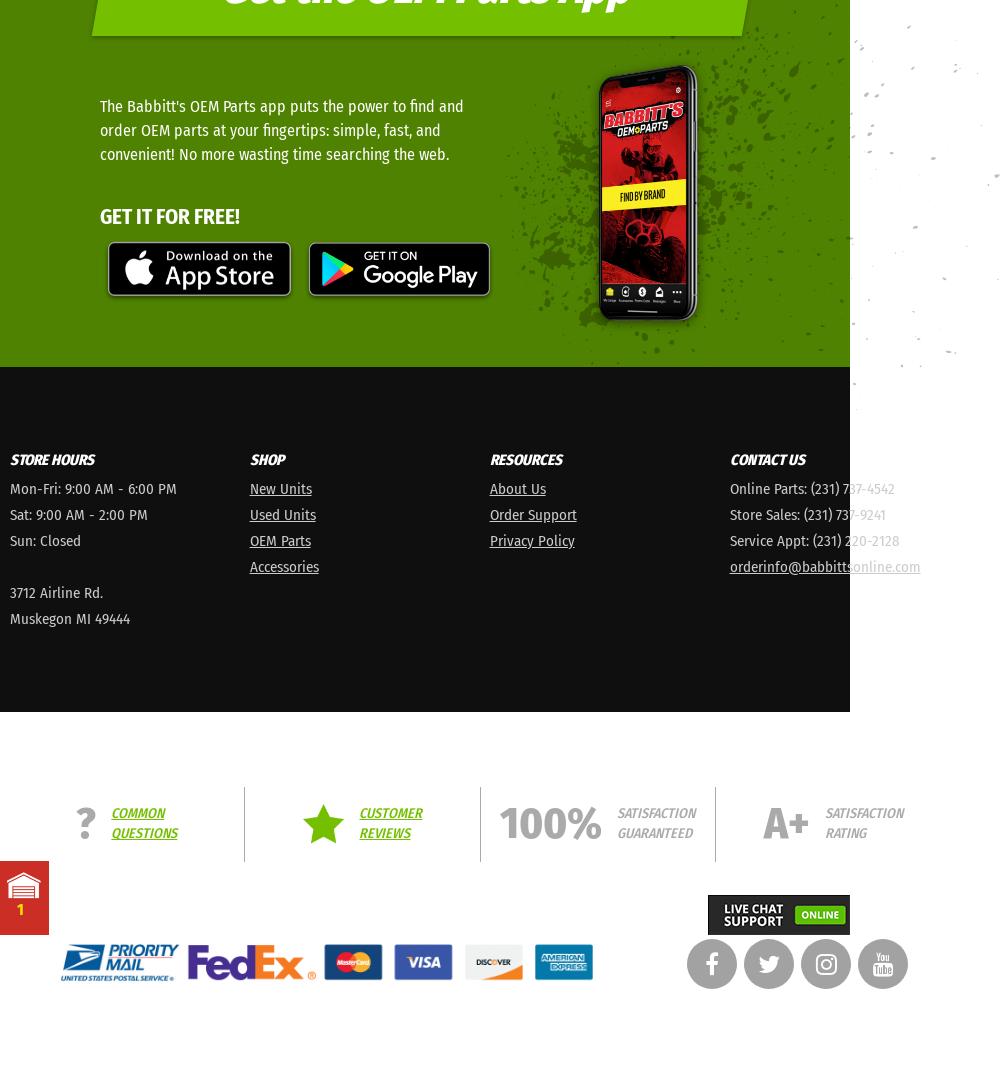  Describe the element at coordinates (144, 833) in the screenshot. I see `'Questions'` at that location.